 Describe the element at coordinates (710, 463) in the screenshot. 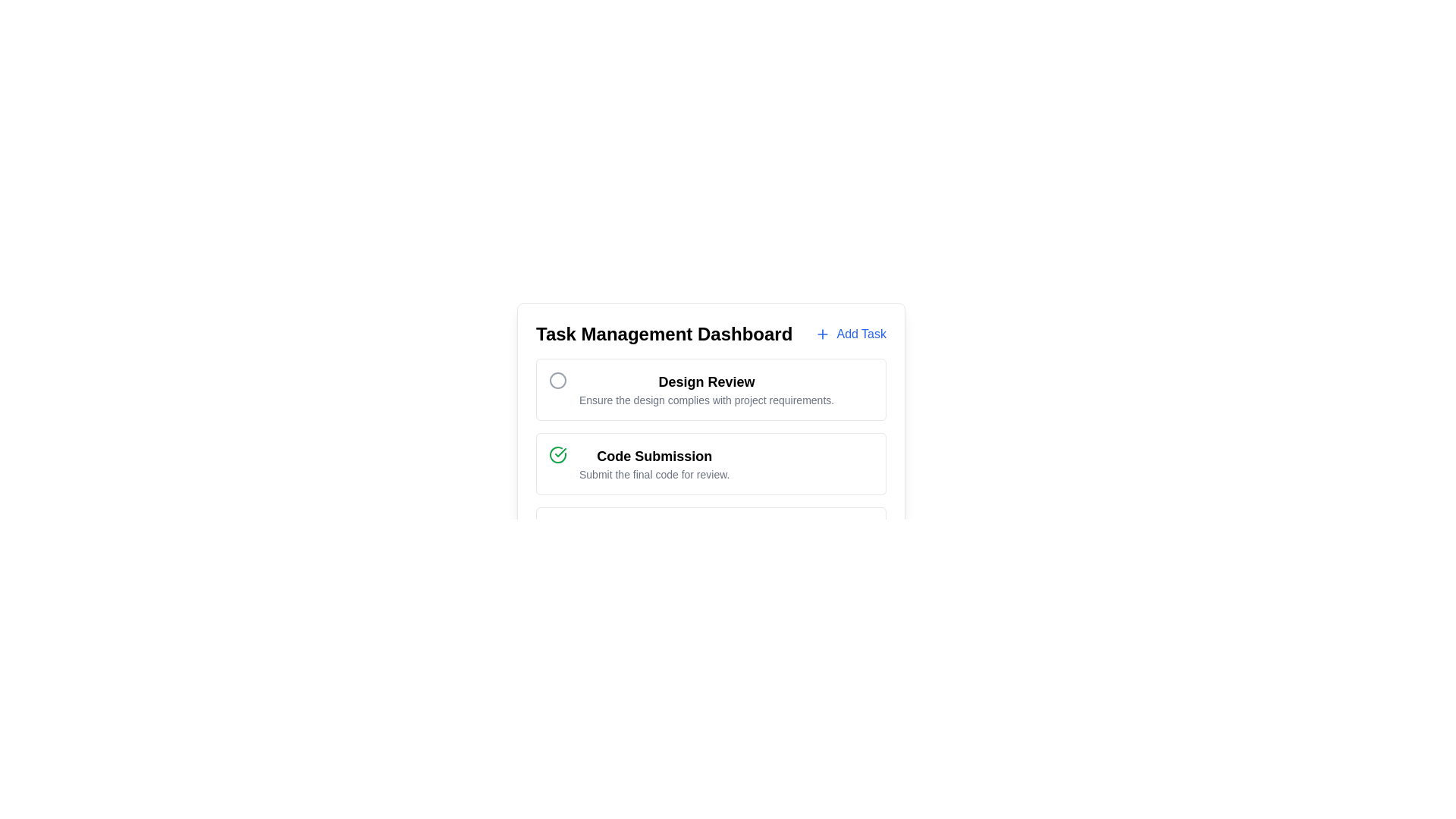

I see `the second task entry titled 'Code Submission' in the task management dashboard` at that location.